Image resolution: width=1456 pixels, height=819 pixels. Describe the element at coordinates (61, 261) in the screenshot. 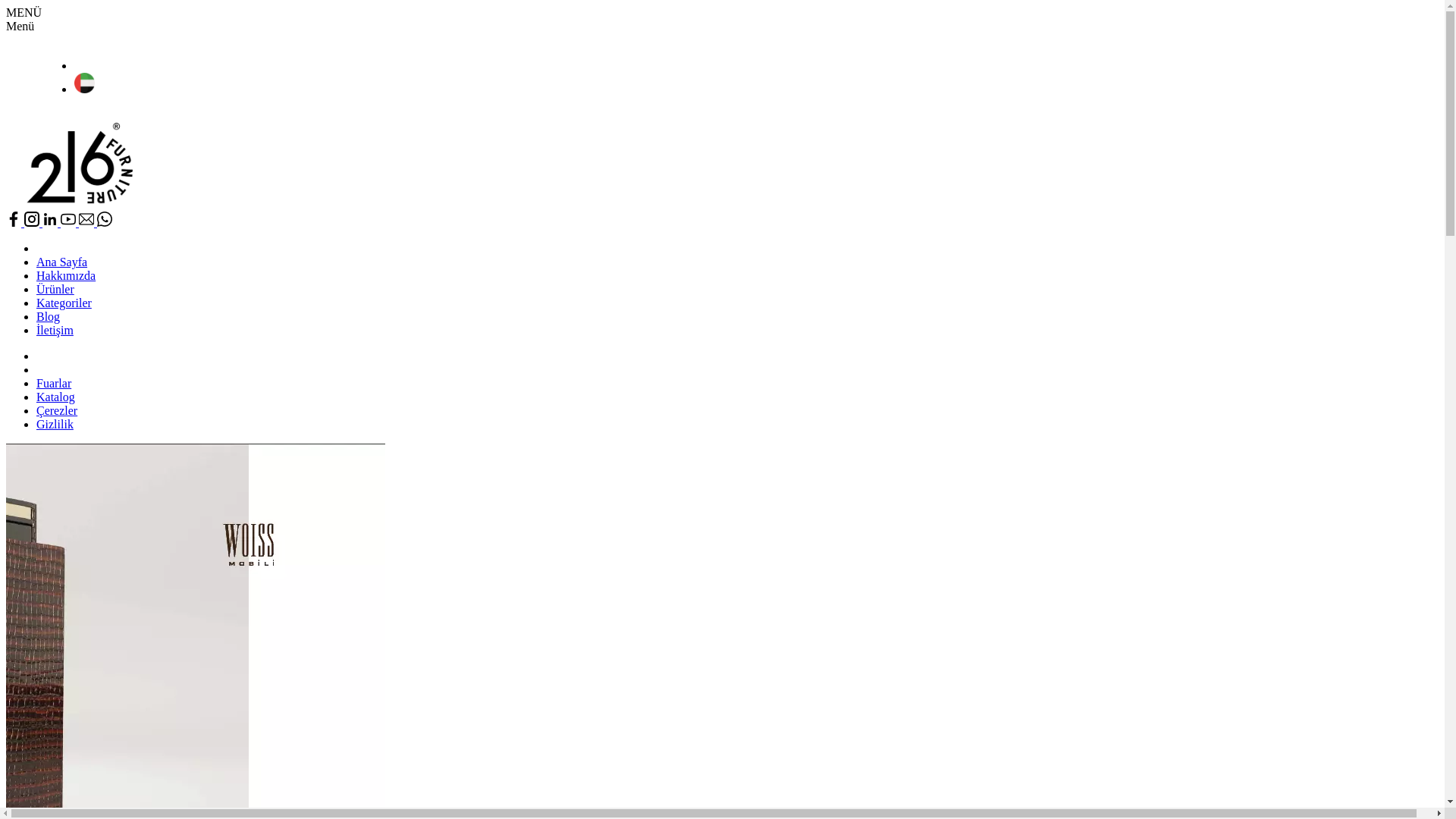

I see `'Ana Sayfa'` at that location.